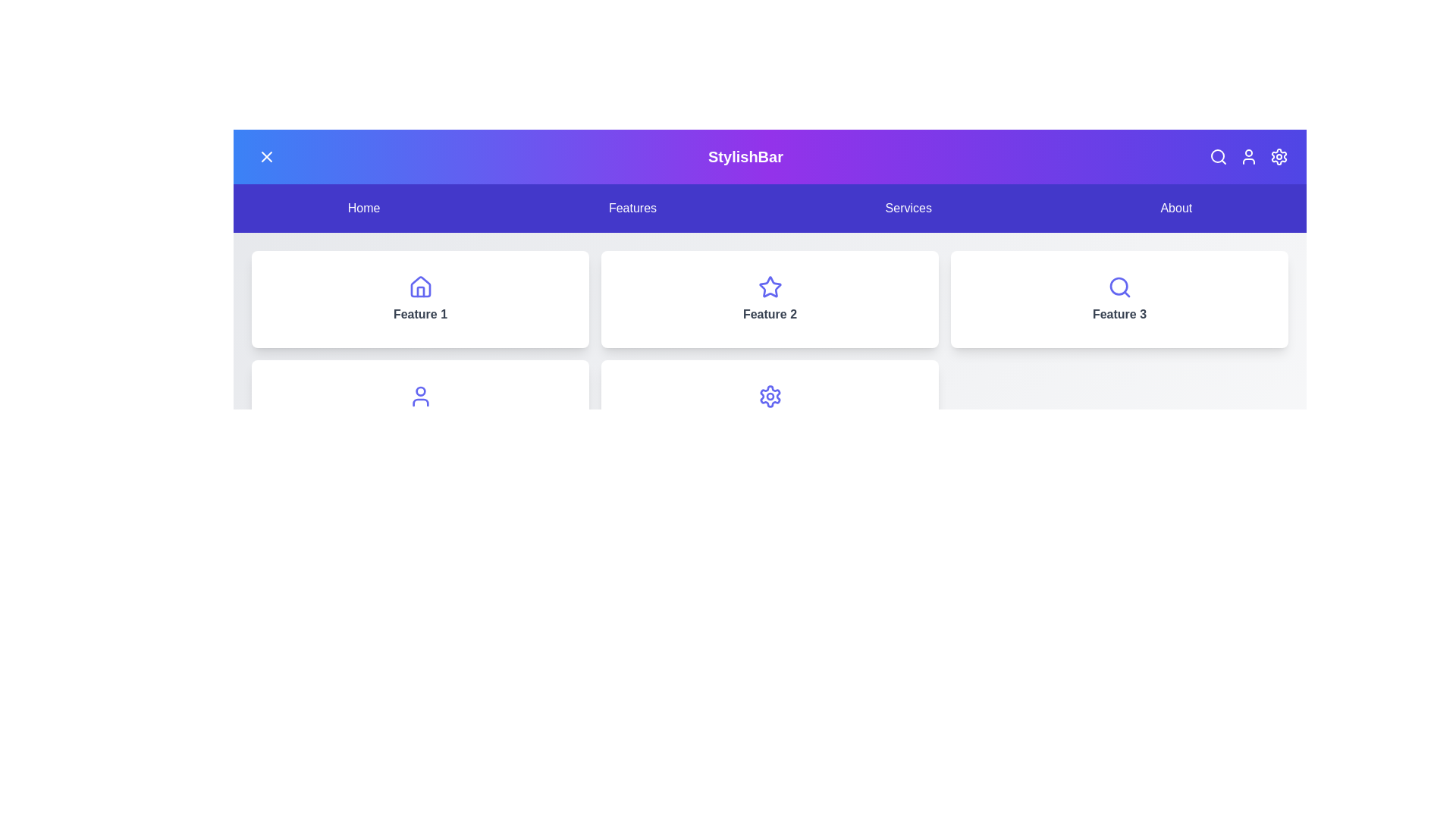  I want to click on the feature card labeled Feature 2, so click(770, 299).